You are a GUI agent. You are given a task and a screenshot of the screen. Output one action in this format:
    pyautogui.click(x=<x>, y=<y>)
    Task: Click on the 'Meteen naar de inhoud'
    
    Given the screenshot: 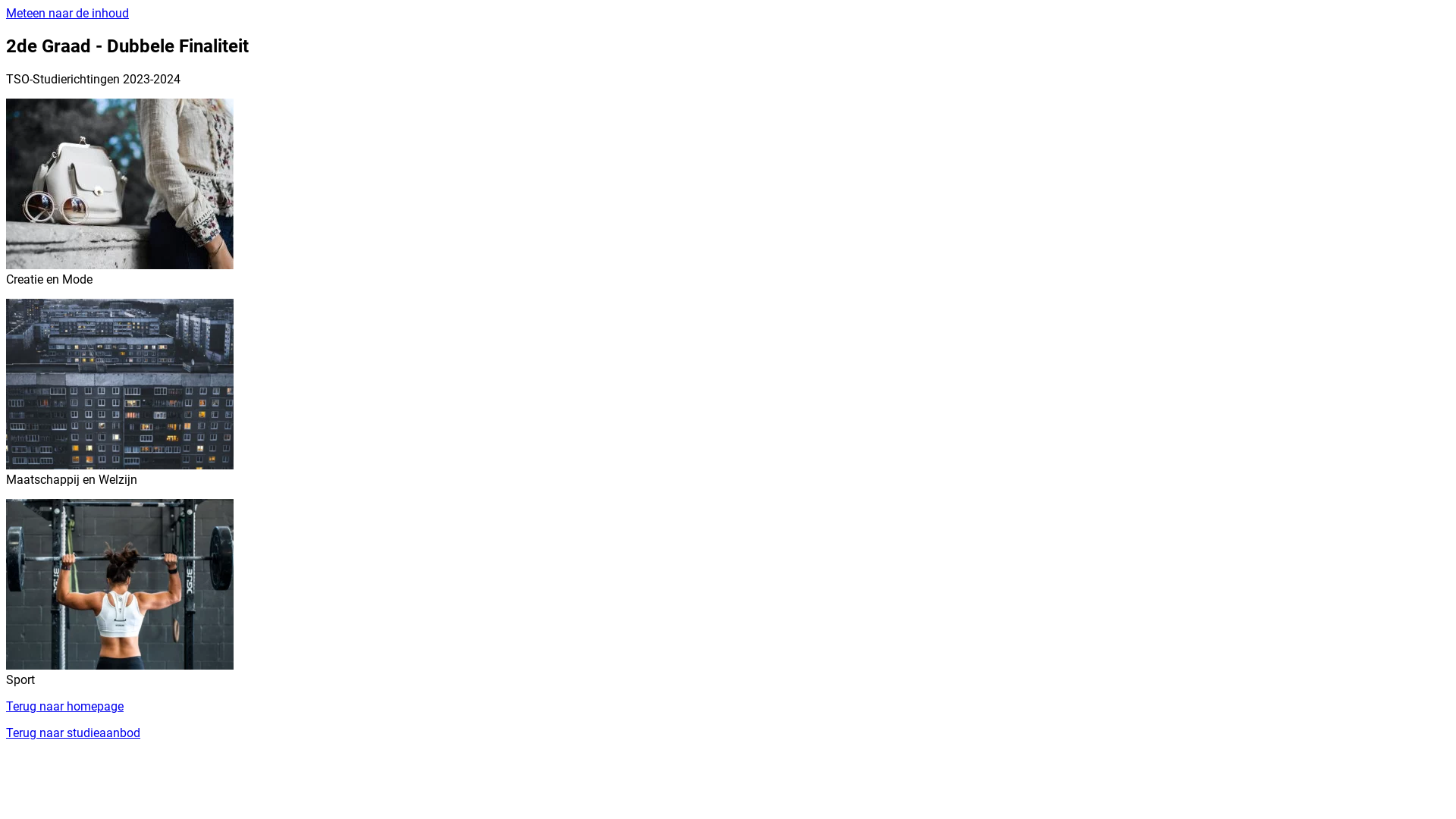 What is the action you would take?
    pyautogui.click(x=67, y=13)
    